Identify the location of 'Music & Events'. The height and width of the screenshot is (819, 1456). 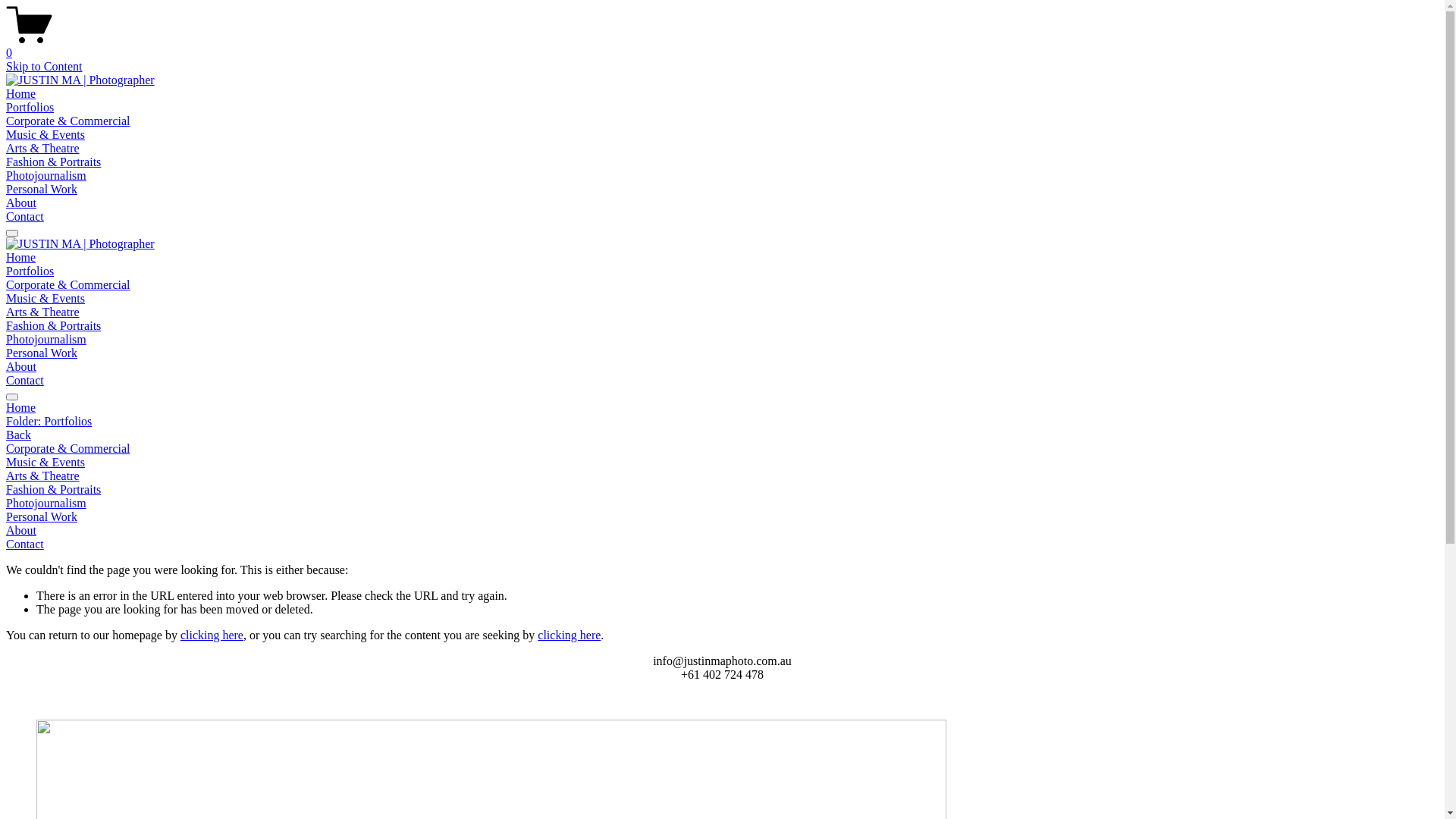
(6, 133).